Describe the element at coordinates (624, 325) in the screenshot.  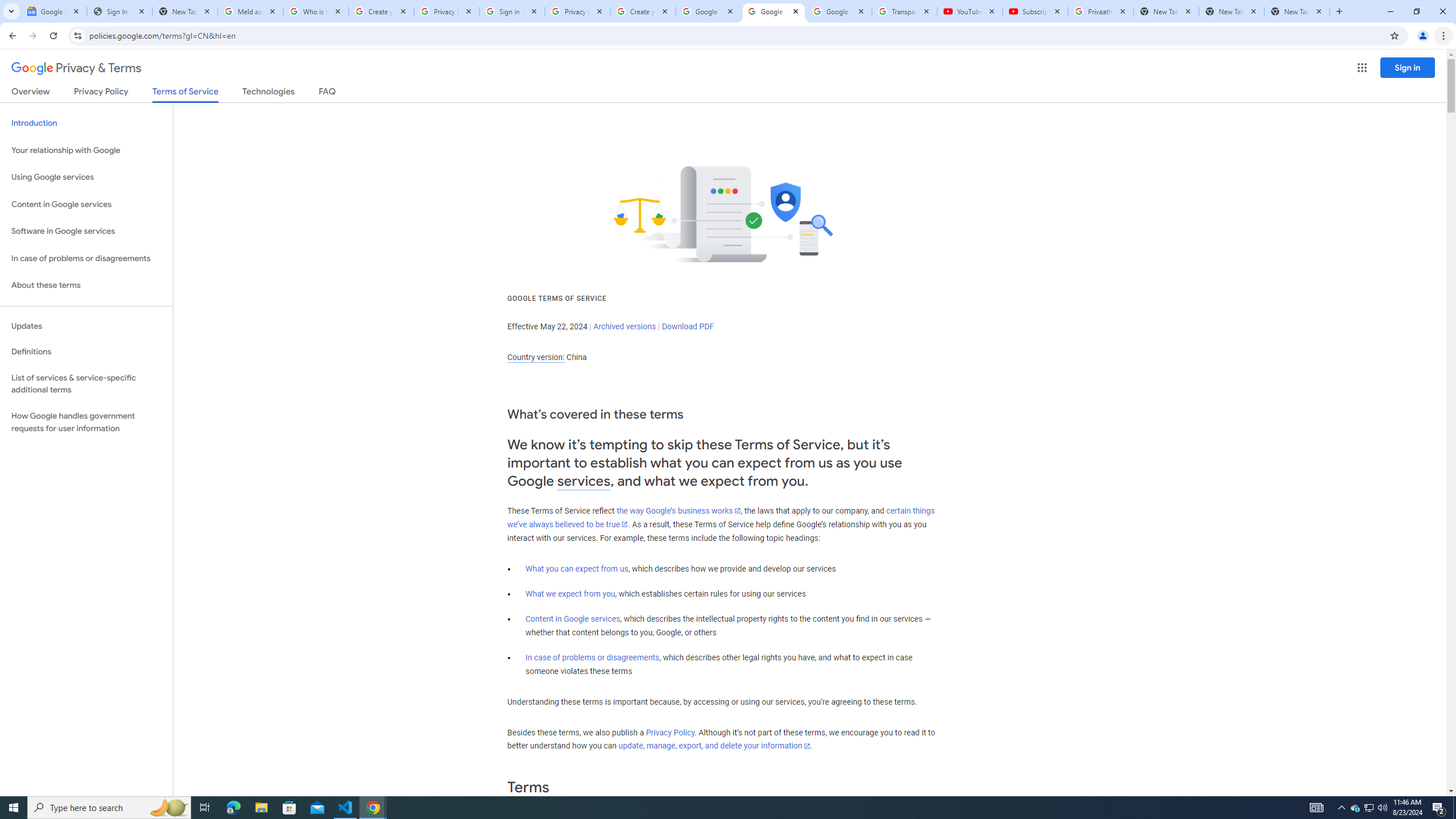
I see `'Archived versions'` at that location.